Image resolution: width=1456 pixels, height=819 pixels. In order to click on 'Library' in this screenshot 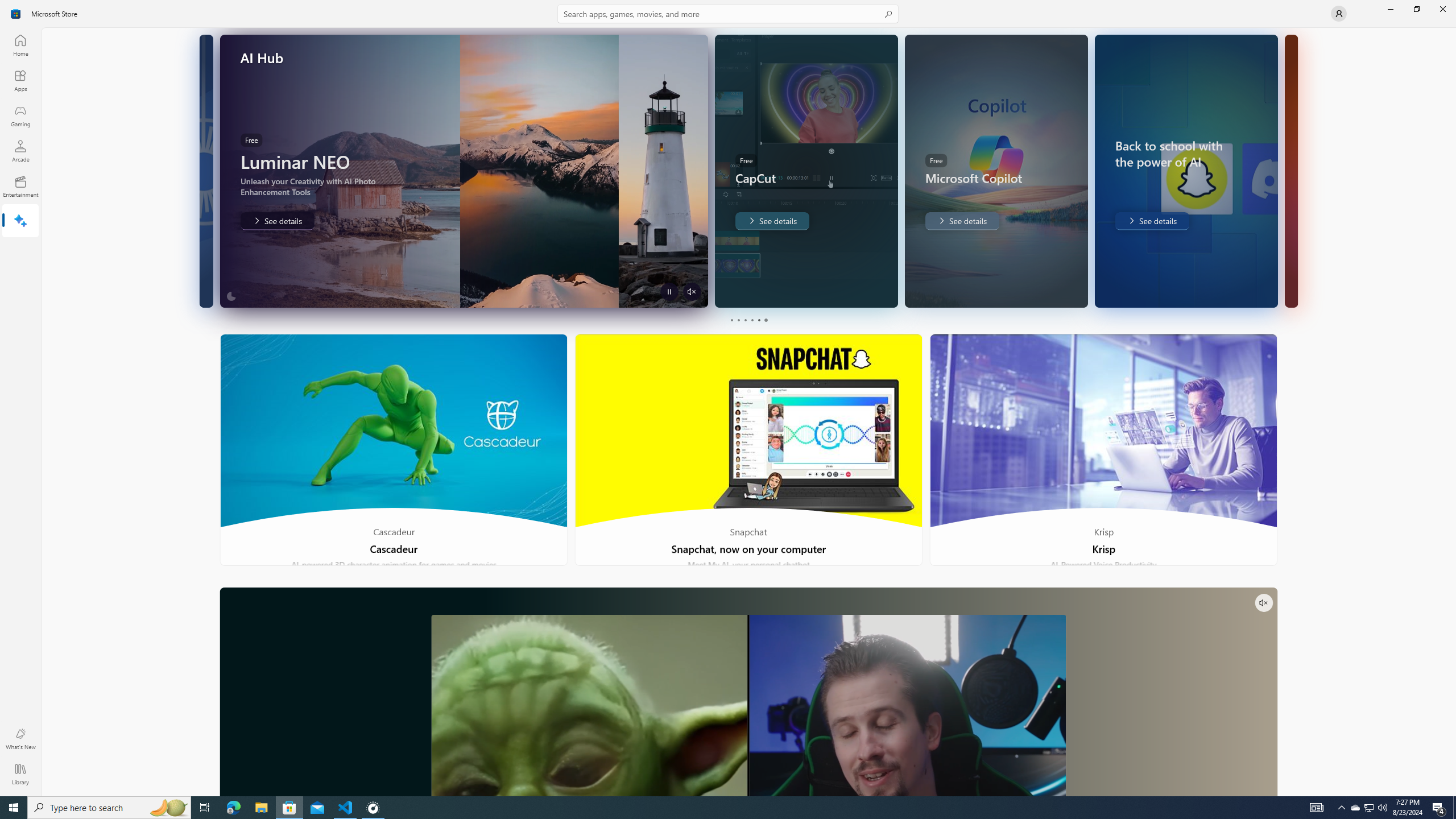, I will do `click(19, 773)`.